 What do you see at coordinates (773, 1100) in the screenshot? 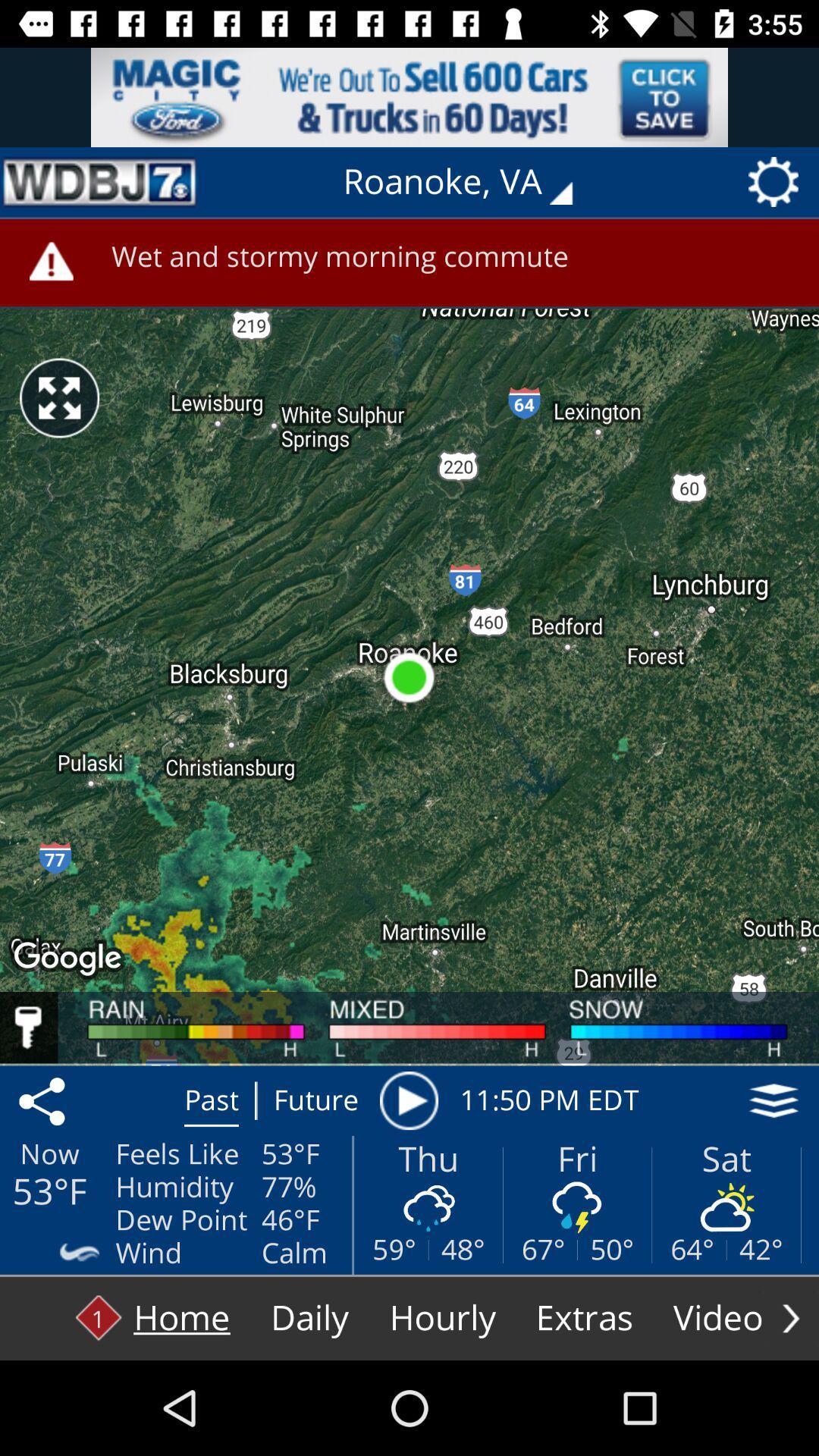
I see `the layers icon` at bounding box center [773, 1100].